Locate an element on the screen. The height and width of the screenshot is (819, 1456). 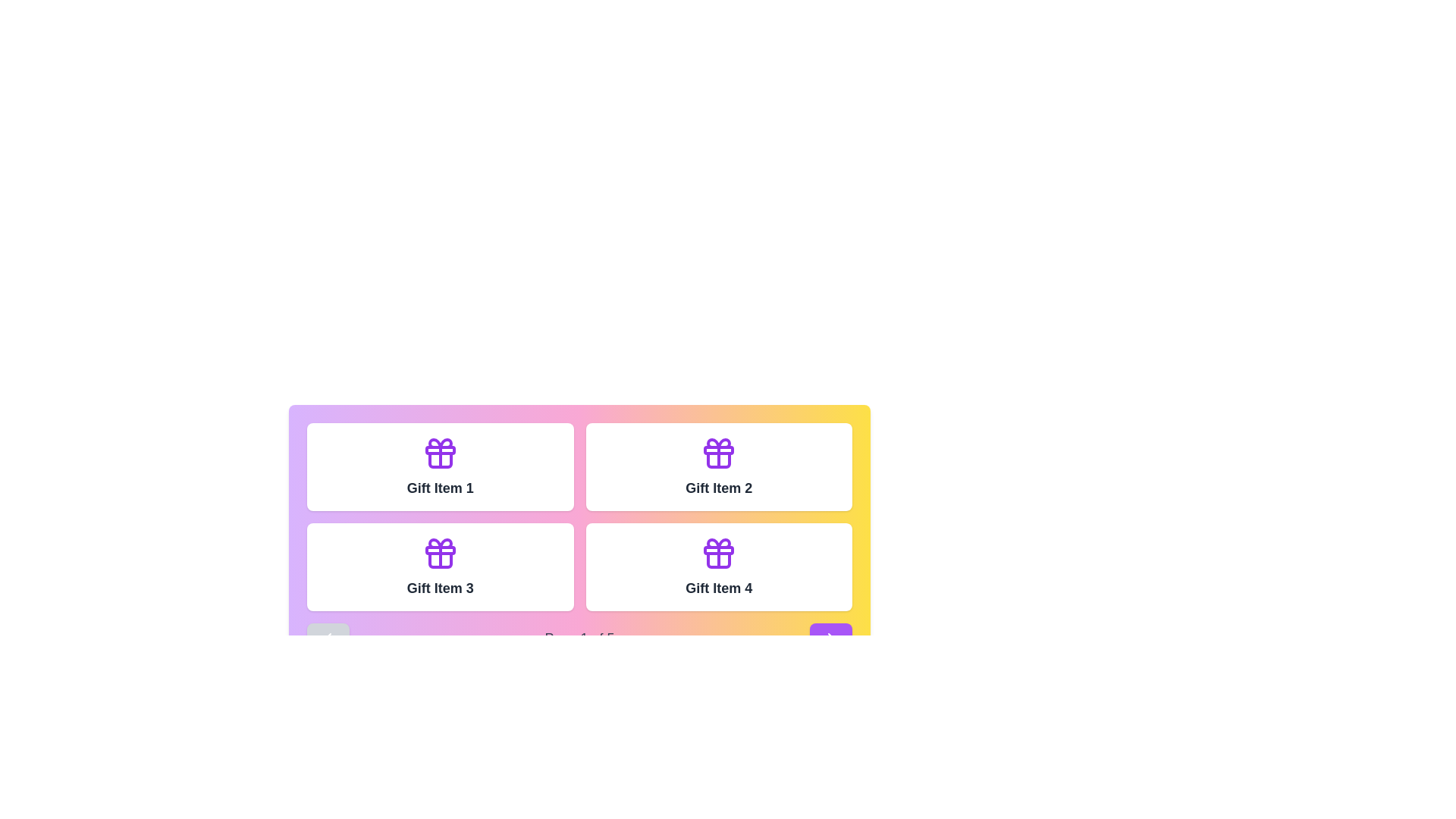
the decorative vector graphic at the top-center of the gift icon labeled 'Gift Item 1', which enhances the illustration of the present is located at coordinates (439, 444).